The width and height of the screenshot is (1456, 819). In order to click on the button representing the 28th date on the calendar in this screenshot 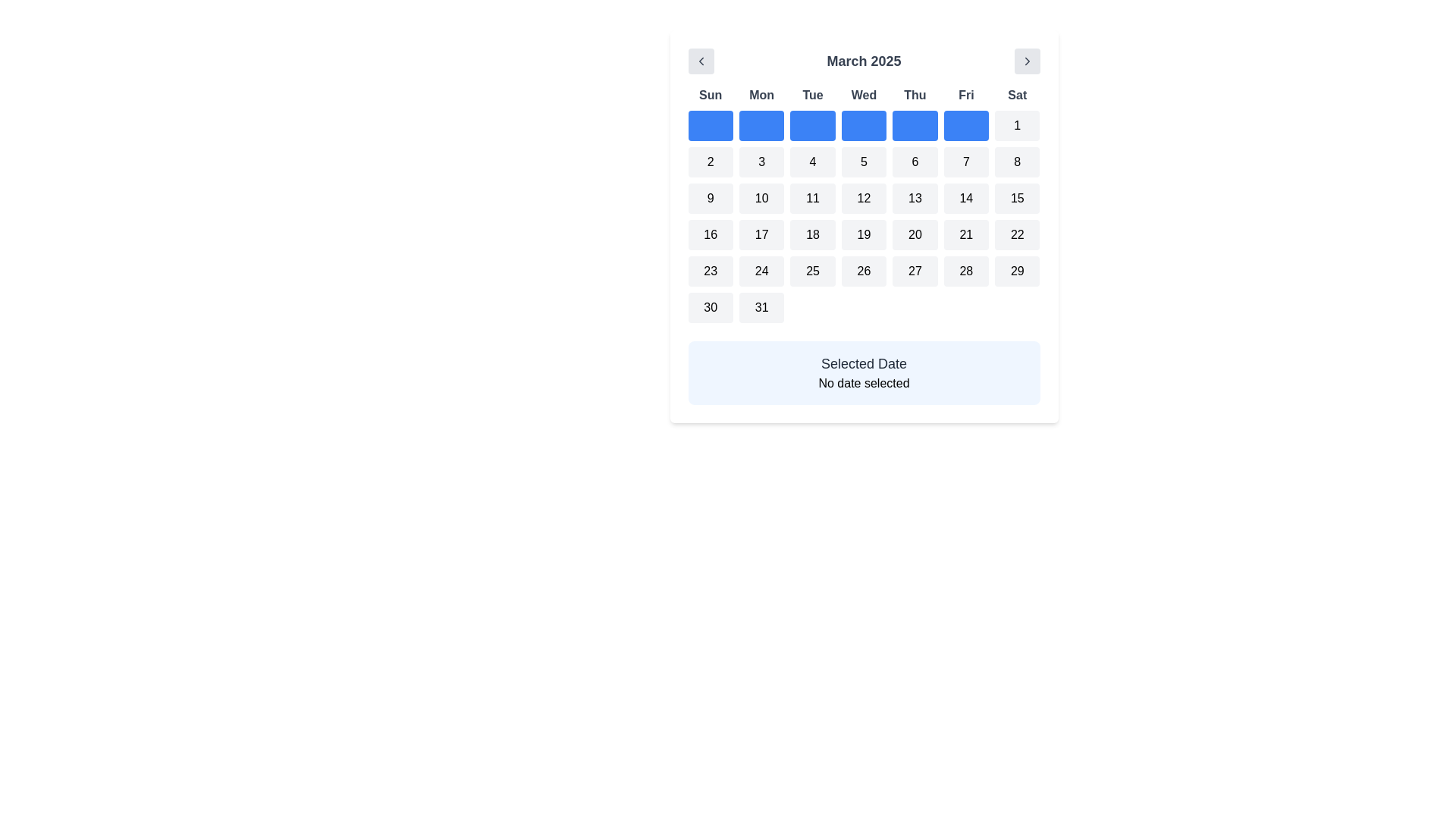, I will do `click(965, 271)`.